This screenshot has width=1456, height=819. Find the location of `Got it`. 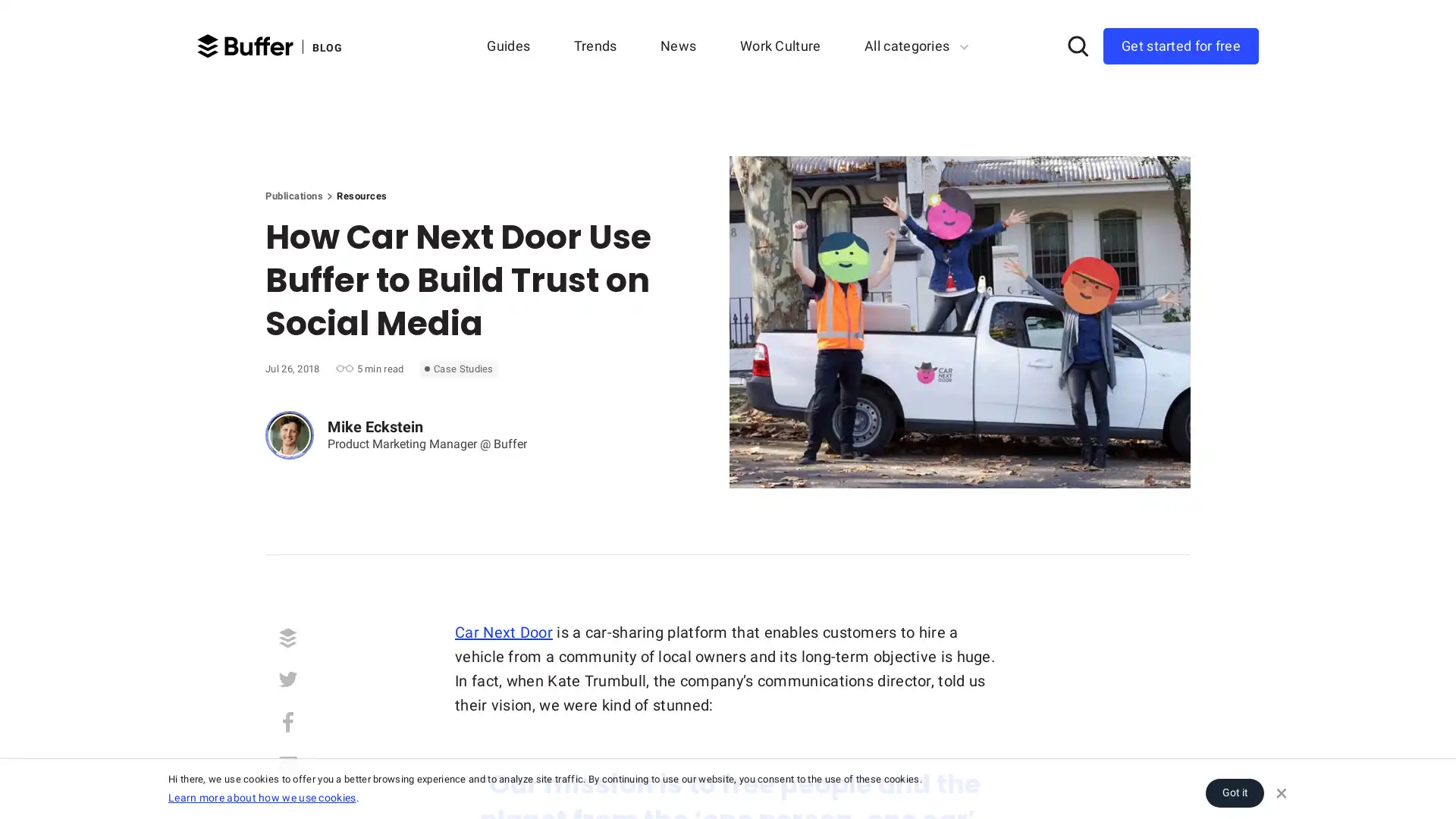

Got it is located at coordinates (1235, 792).